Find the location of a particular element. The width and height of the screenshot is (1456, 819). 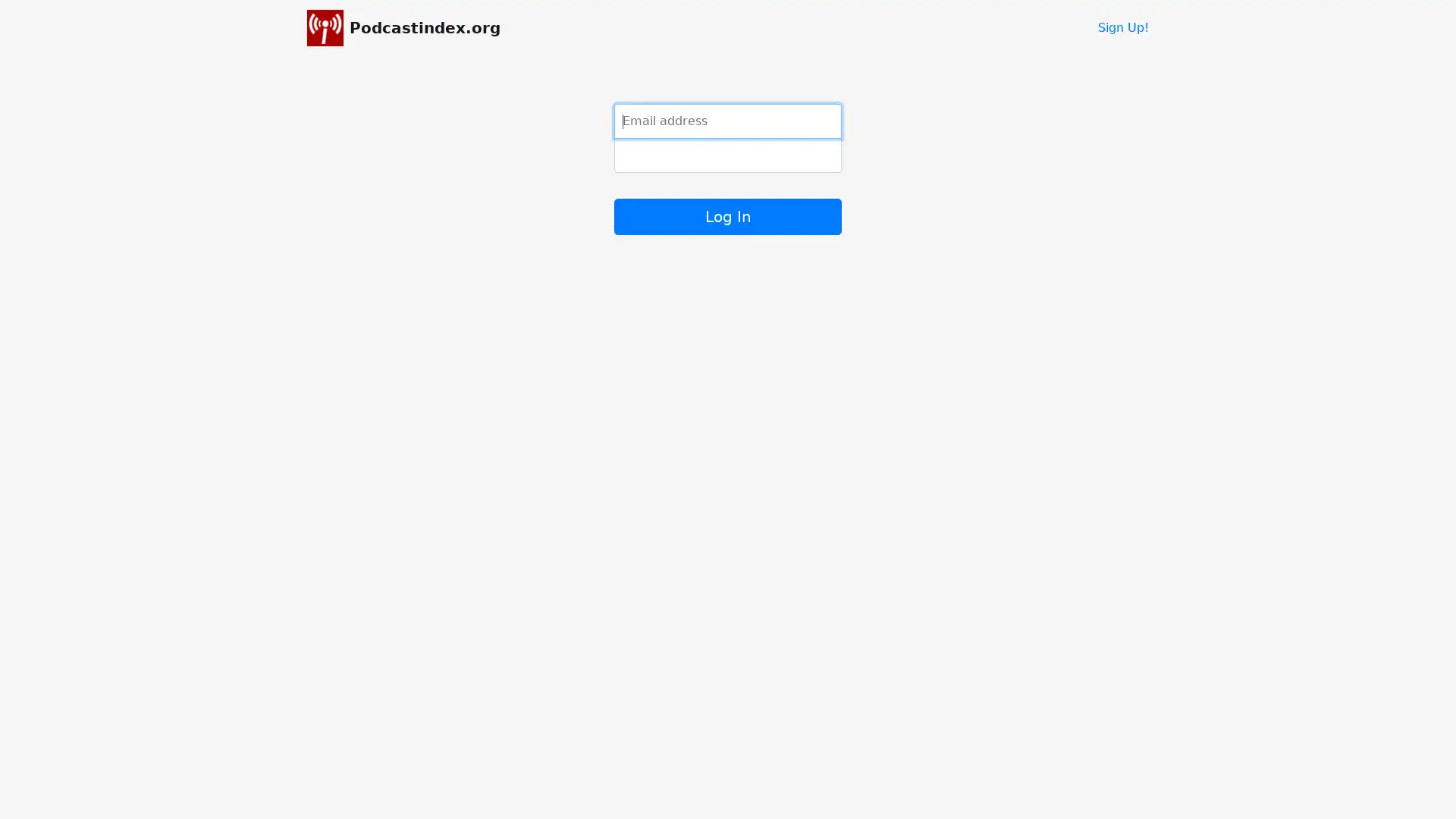

Log In is located at coordinates (728, 216).